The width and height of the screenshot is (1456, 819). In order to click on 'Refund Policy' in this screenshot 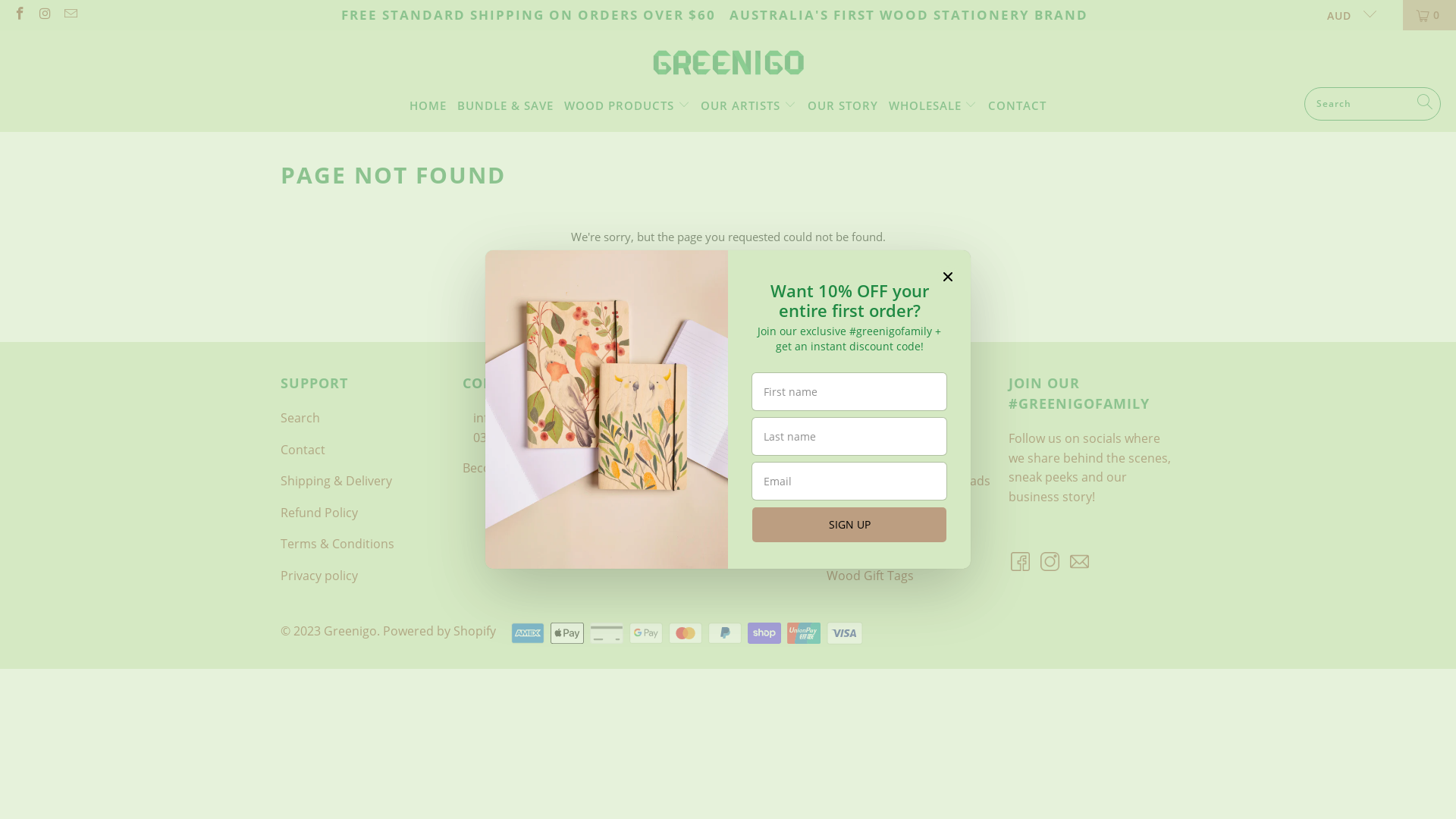, I will do `click(318, 512)`.